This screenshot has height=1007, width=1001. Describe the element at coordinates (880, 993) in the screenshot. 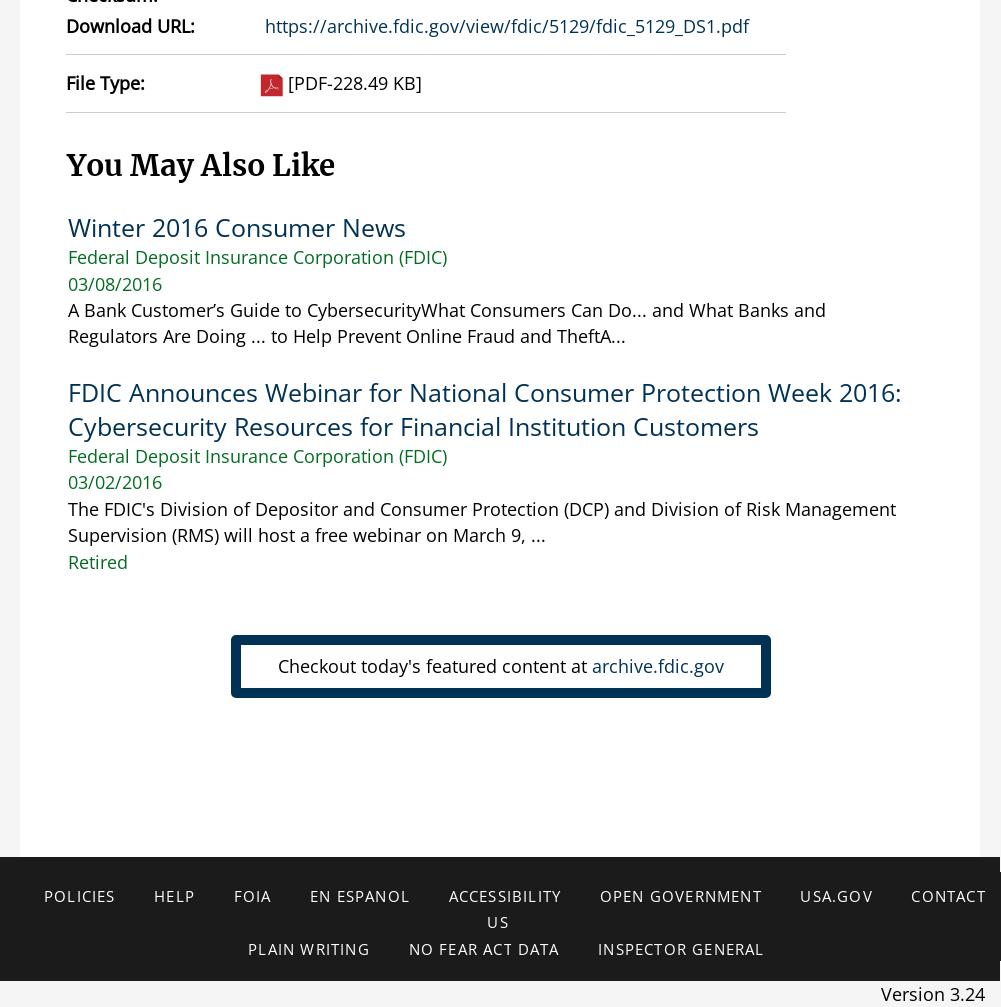

I see `'Version 3.24'` at that location.